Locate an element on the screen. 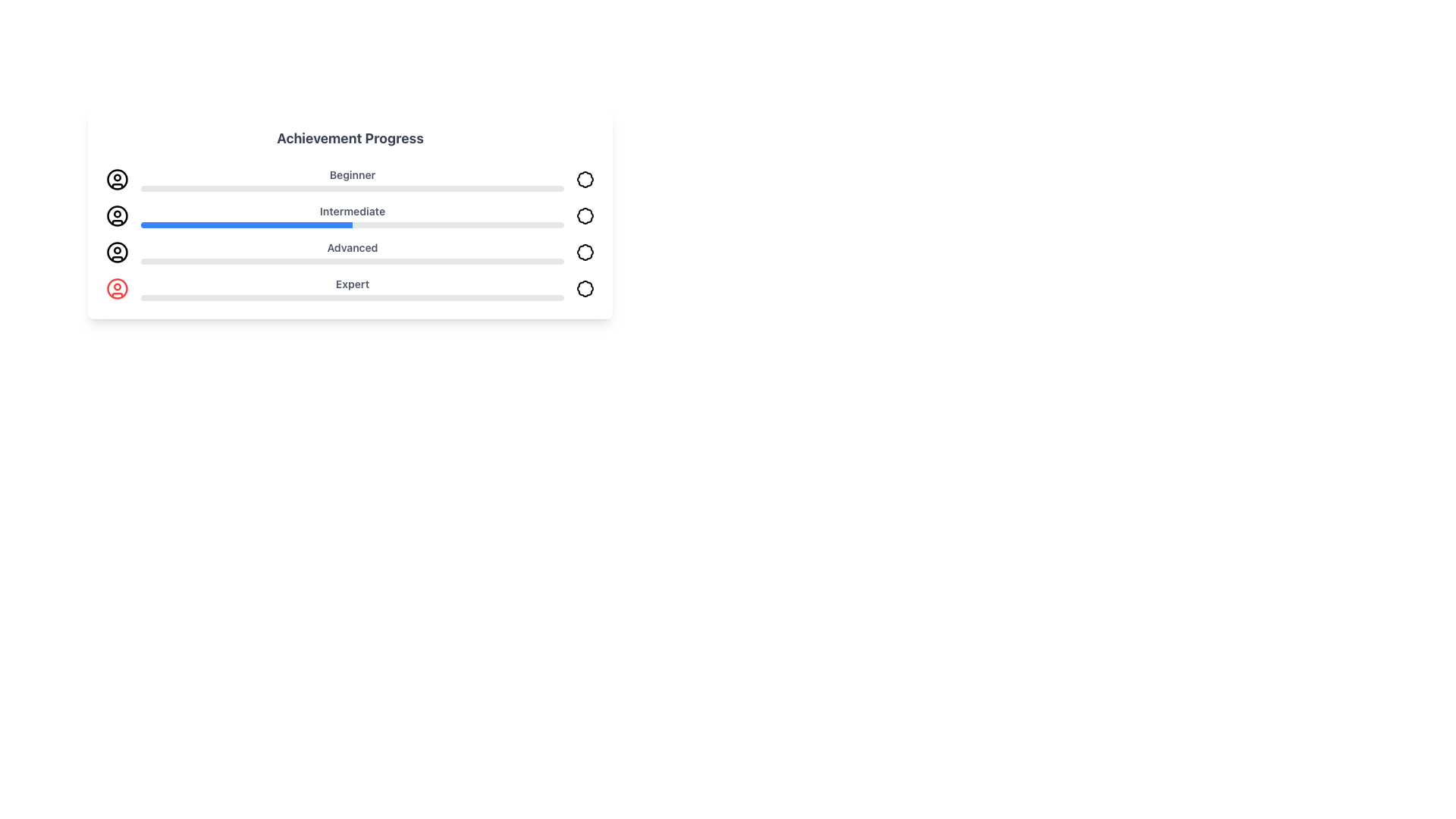 This screenshot has width=1456, height=819. the 'Advanced' level icon in the achievement progress component, which is located in the leftmost position of the 'Advanced' section, aligning with the 'Advanced' text and the progress bar is located at coordinates (116, 251).